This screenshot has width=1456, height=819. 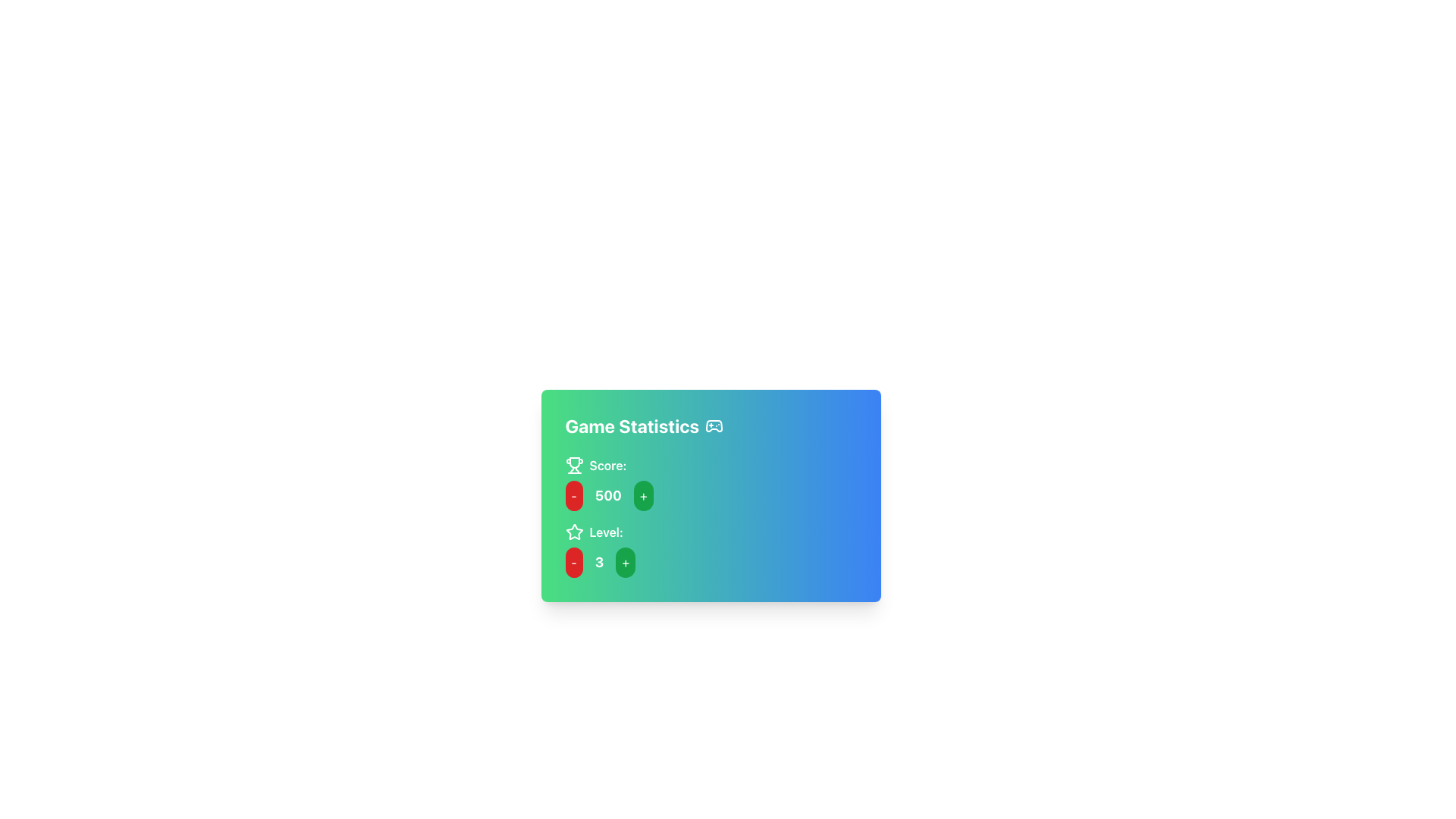 I want to click on the '+' button within the 'Game Statistics' card to increase the level value, so click(x=710, y=562).